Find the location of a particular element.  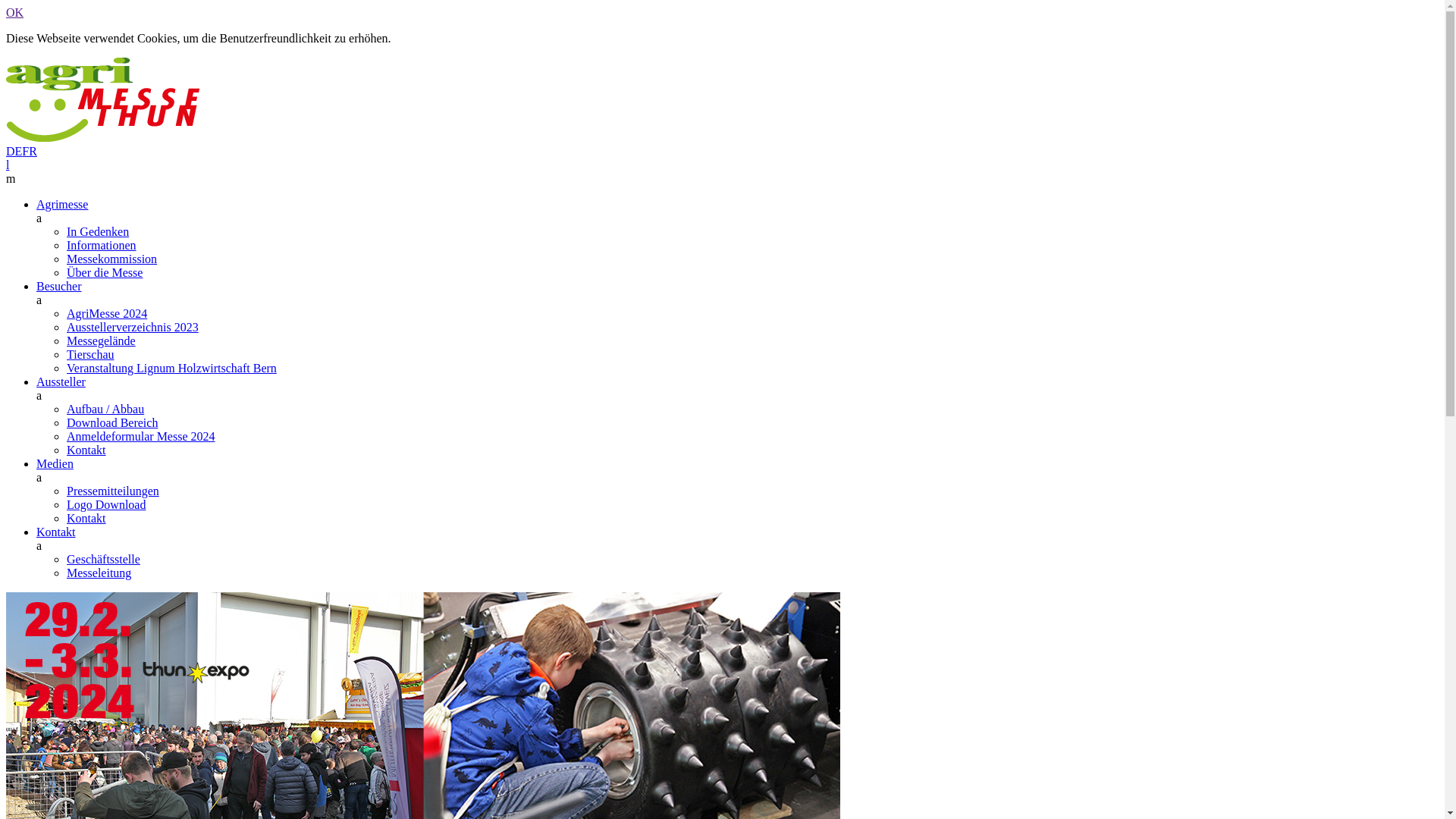

'DE' is located at coordinates (14, 151).